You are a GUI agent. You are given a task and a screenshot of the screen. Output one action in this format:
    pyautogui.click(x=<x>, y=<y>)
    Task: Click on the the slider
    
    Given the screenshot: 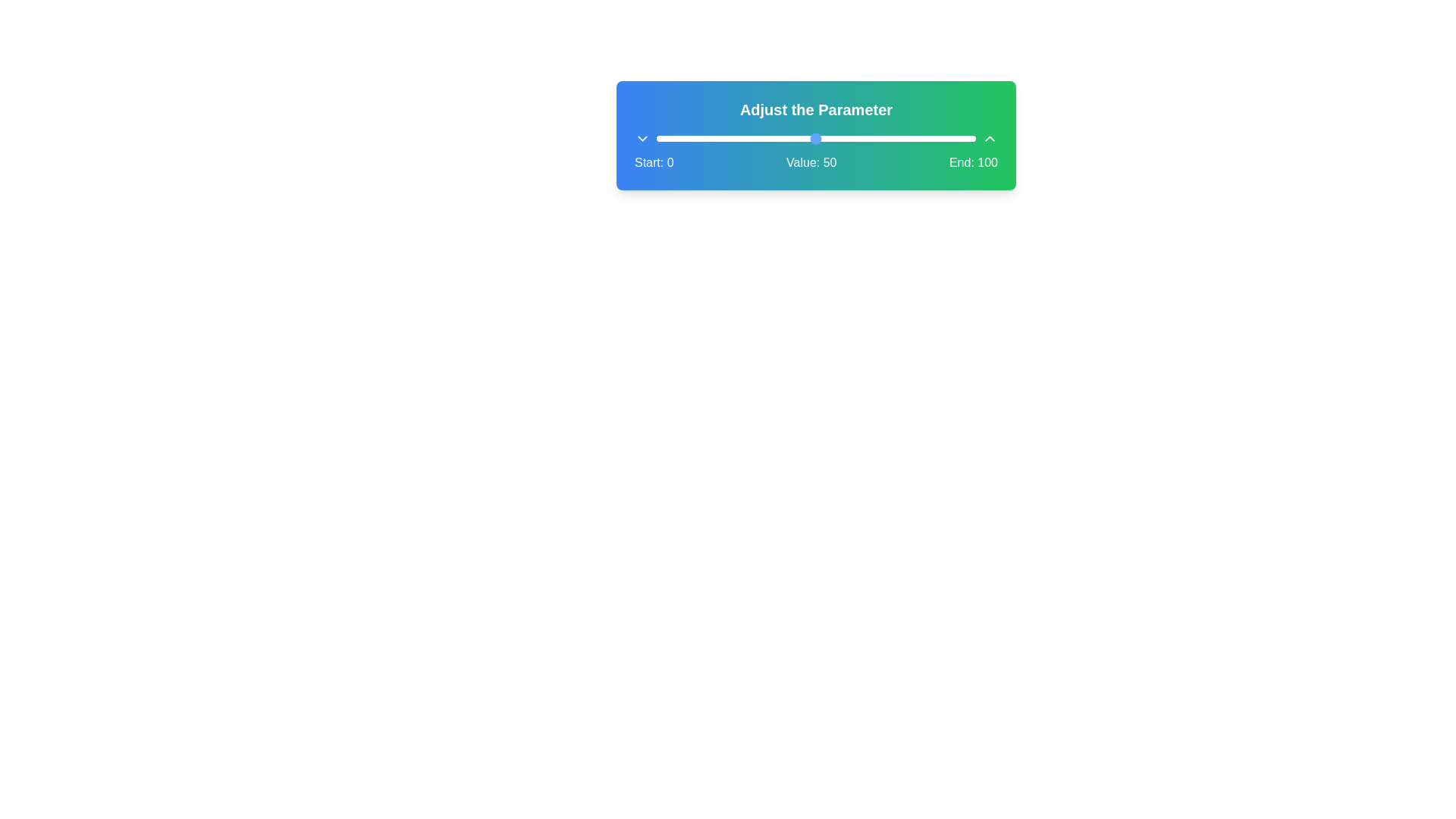 What is the action you would take?
    pyautogui.click(x=858, y=138)
    